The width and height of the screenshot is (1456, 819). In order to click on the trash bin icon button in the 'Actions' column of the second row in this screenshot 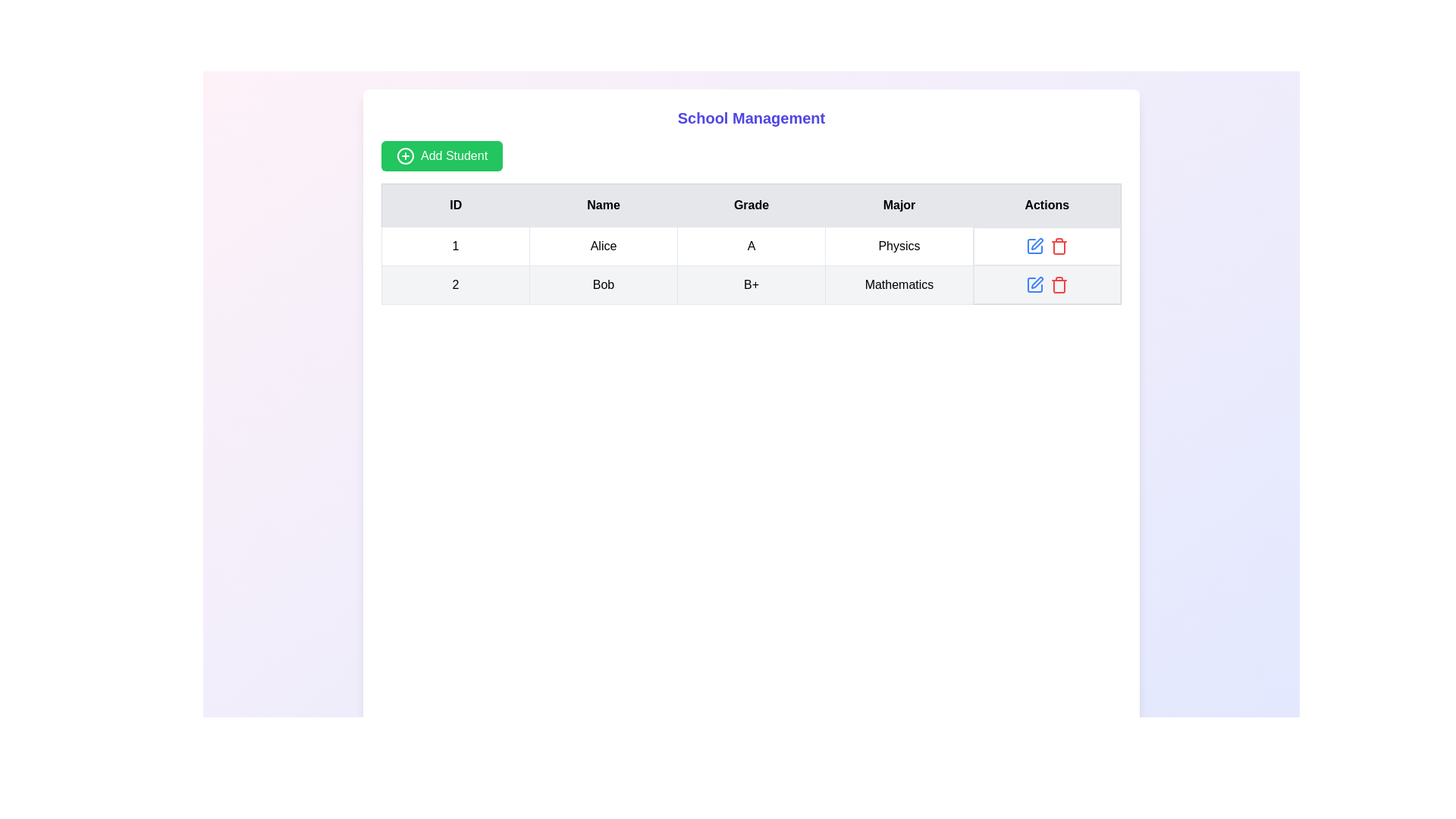, I will do `click(1058, 284)`.